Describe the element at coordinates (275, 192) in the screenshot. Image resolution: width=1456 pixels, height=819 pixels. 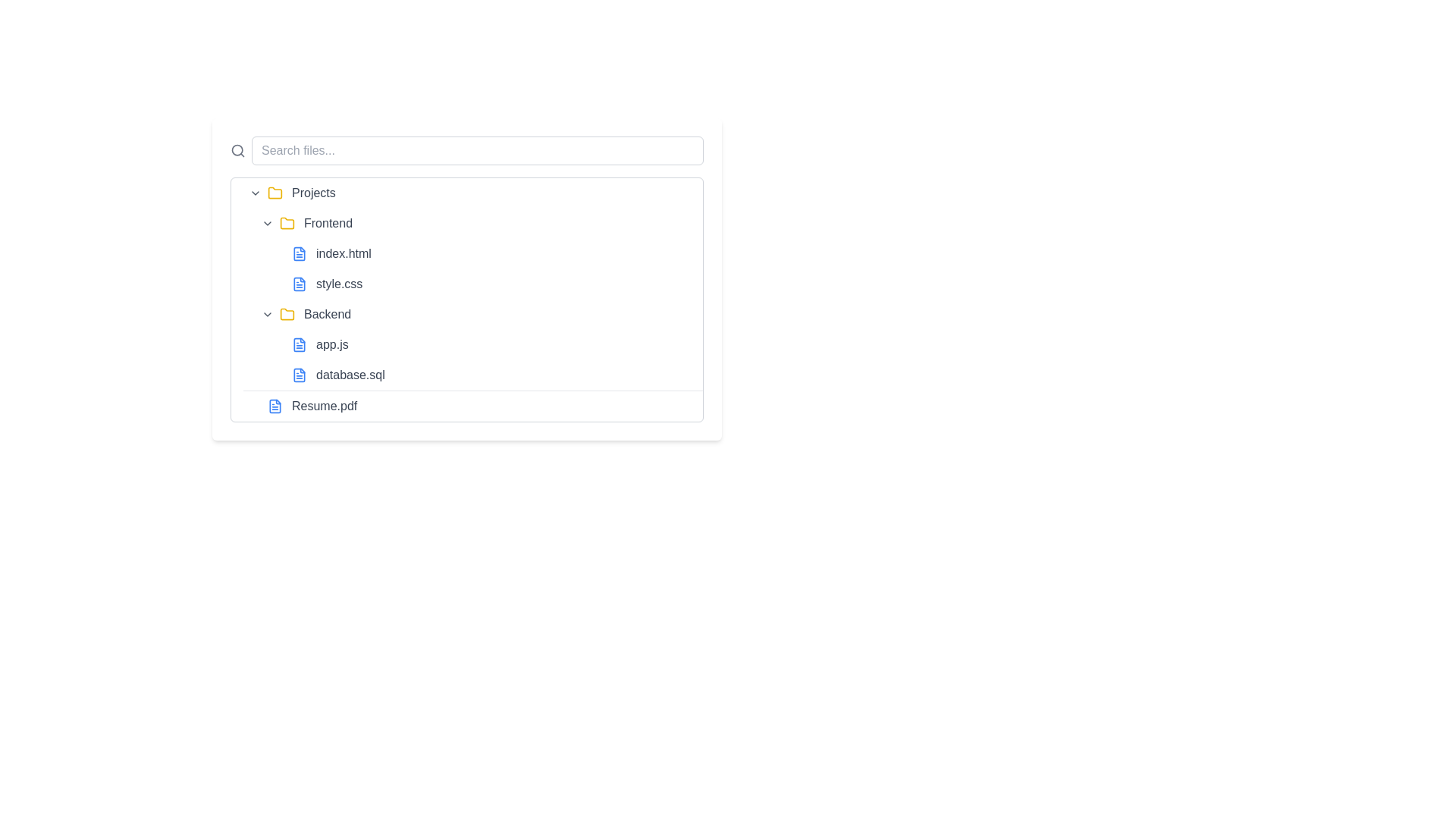
I see `the folder icon representing 'Projects' located to the left of the text in the expandable file tree structure` at that location.